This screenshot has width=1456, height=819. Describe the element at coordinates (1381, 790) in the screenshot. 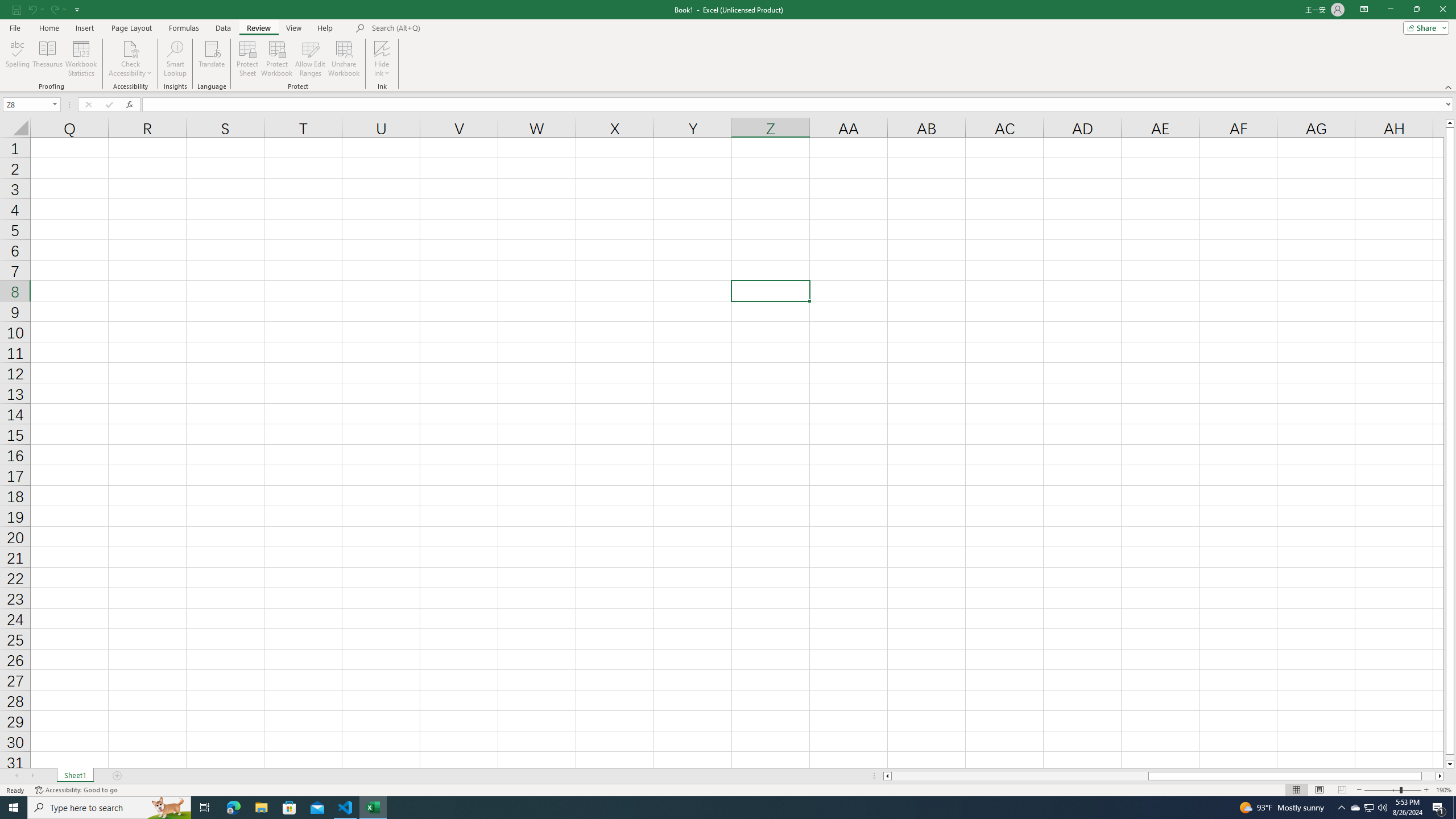

I see `'Zoom Out'` at that location.